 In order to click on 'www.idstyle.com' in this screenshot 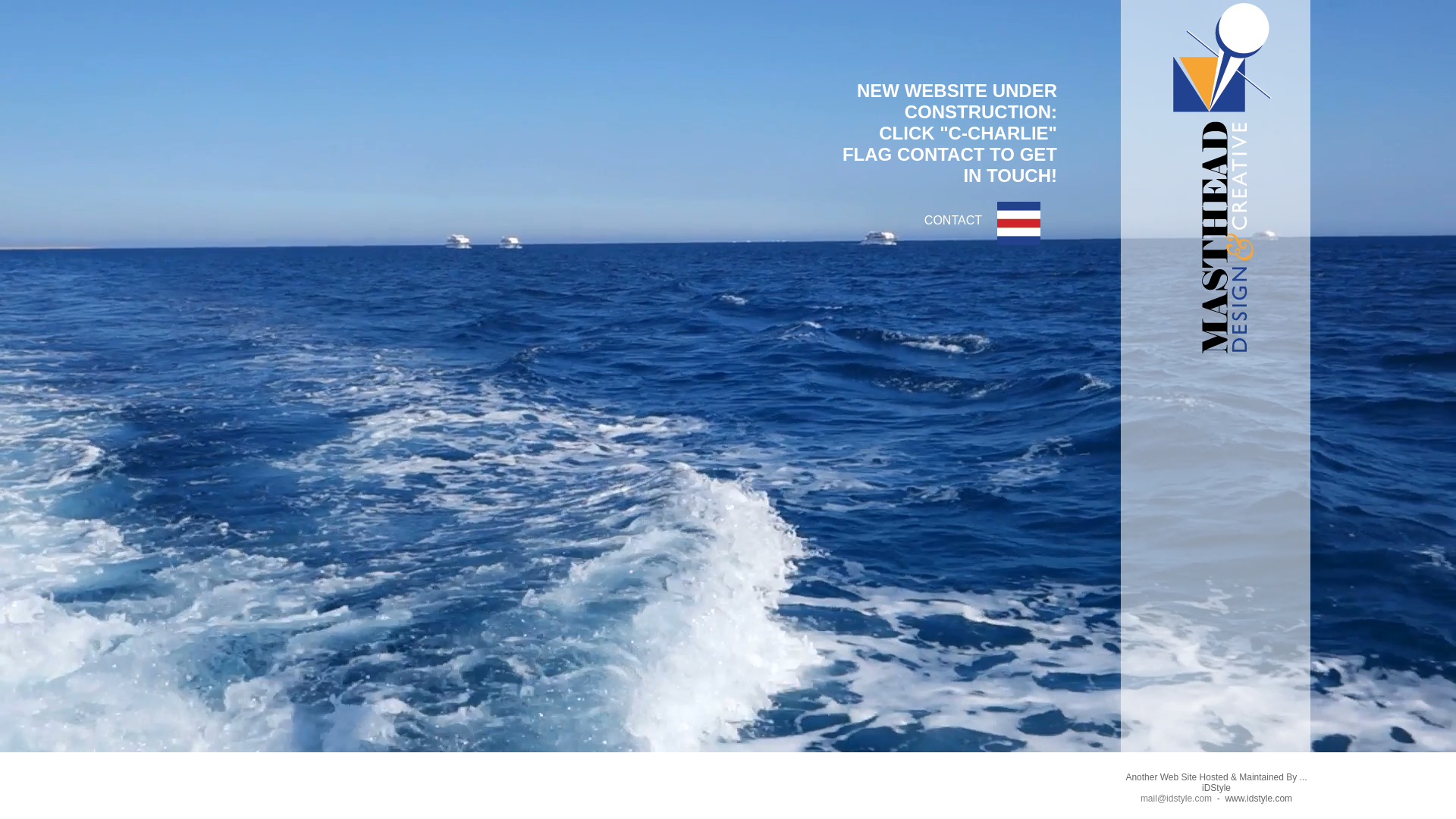, I will do `click(1258, 798)`.